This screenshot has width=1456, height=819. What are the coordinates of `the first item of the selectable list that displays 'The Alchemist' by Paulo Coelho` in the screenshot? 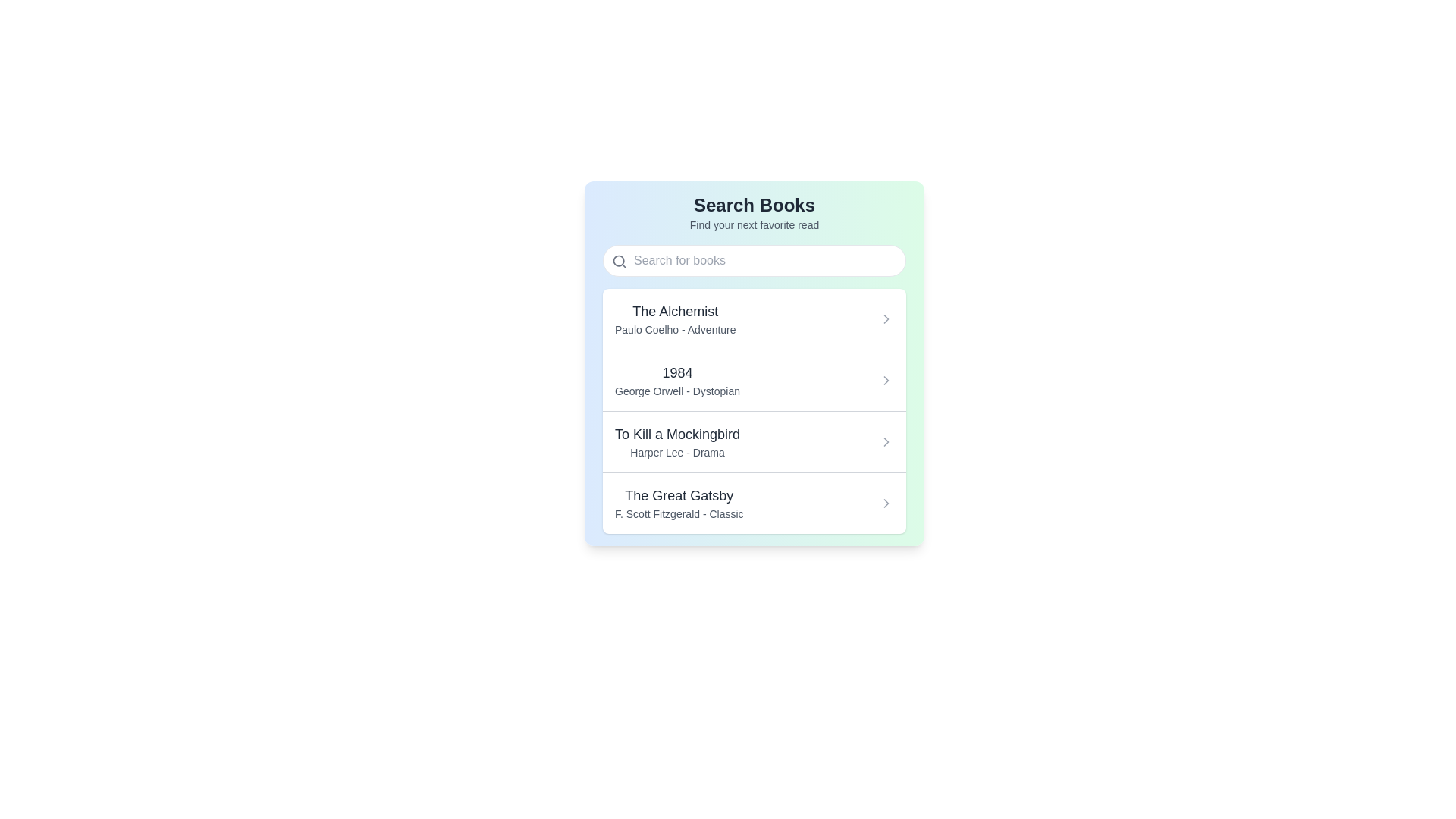 It's located at (674, 318).